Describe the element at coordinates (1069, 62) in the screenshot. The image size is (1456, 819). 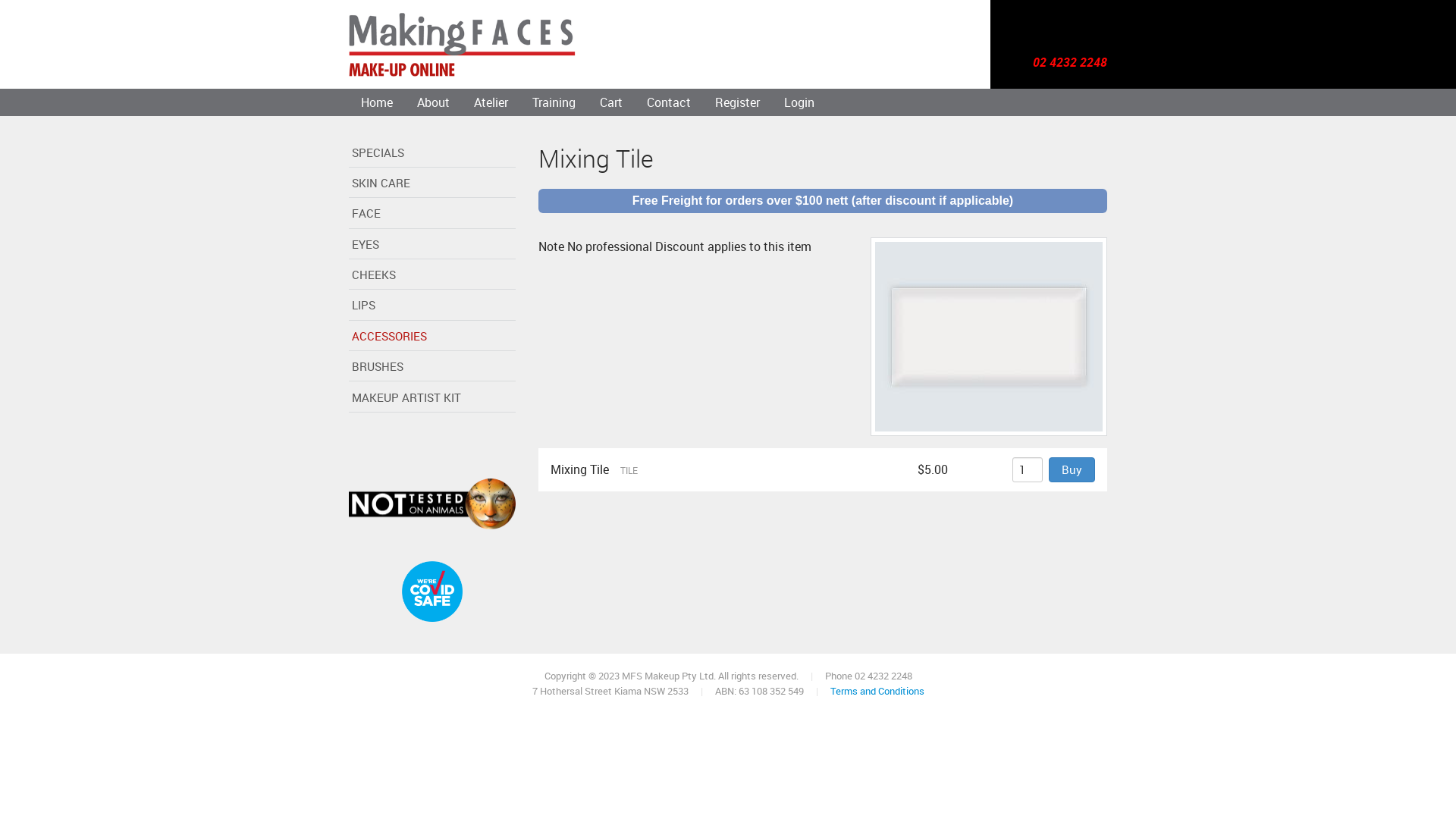
I see `'02 4232 2248'` at that location.